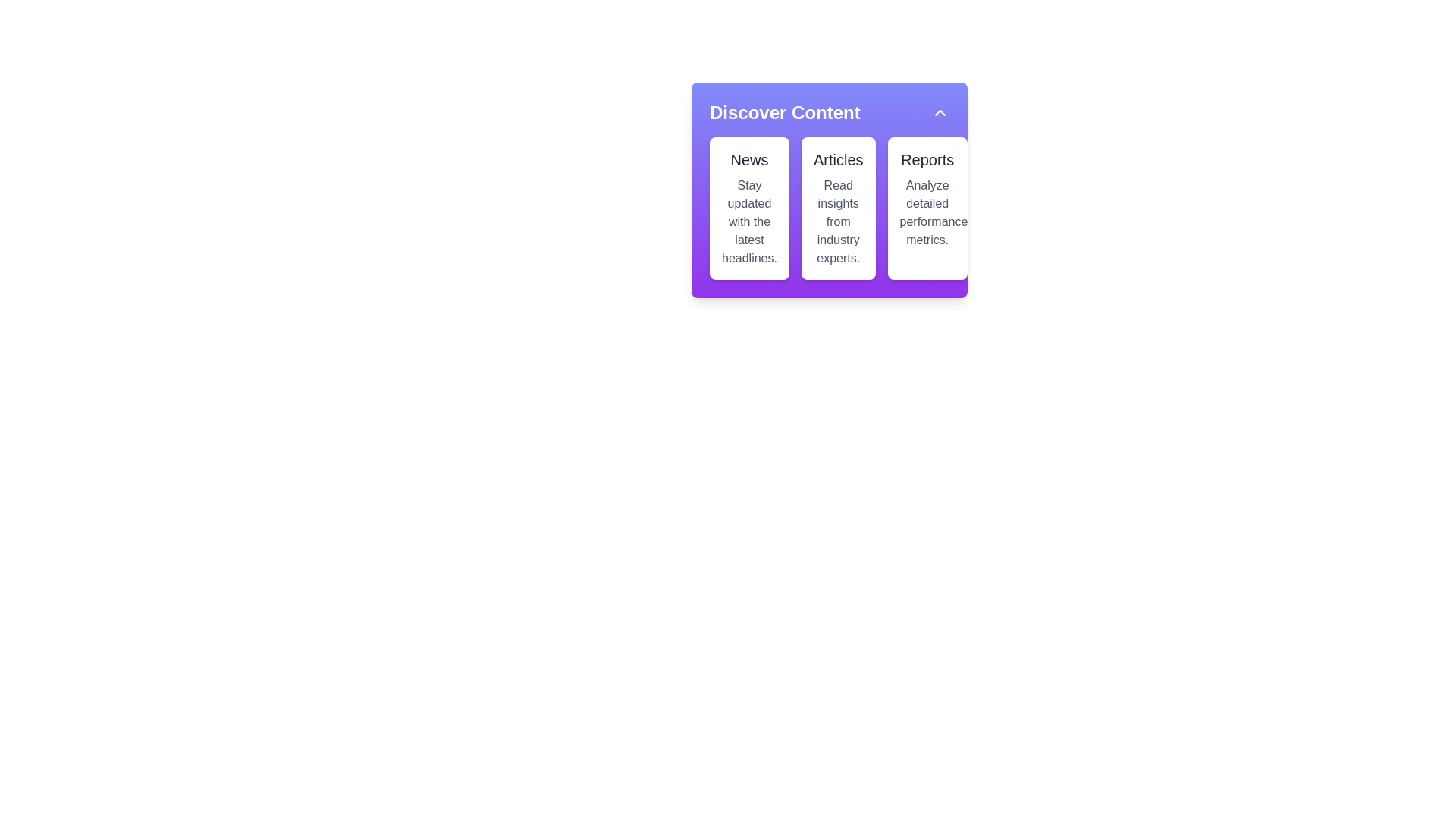 The image size is (1456, 819). What do you see at coordinates (939, 112) in the screenshot?
I see `the upward chevron icon button located` at bounding box center [939, 112].